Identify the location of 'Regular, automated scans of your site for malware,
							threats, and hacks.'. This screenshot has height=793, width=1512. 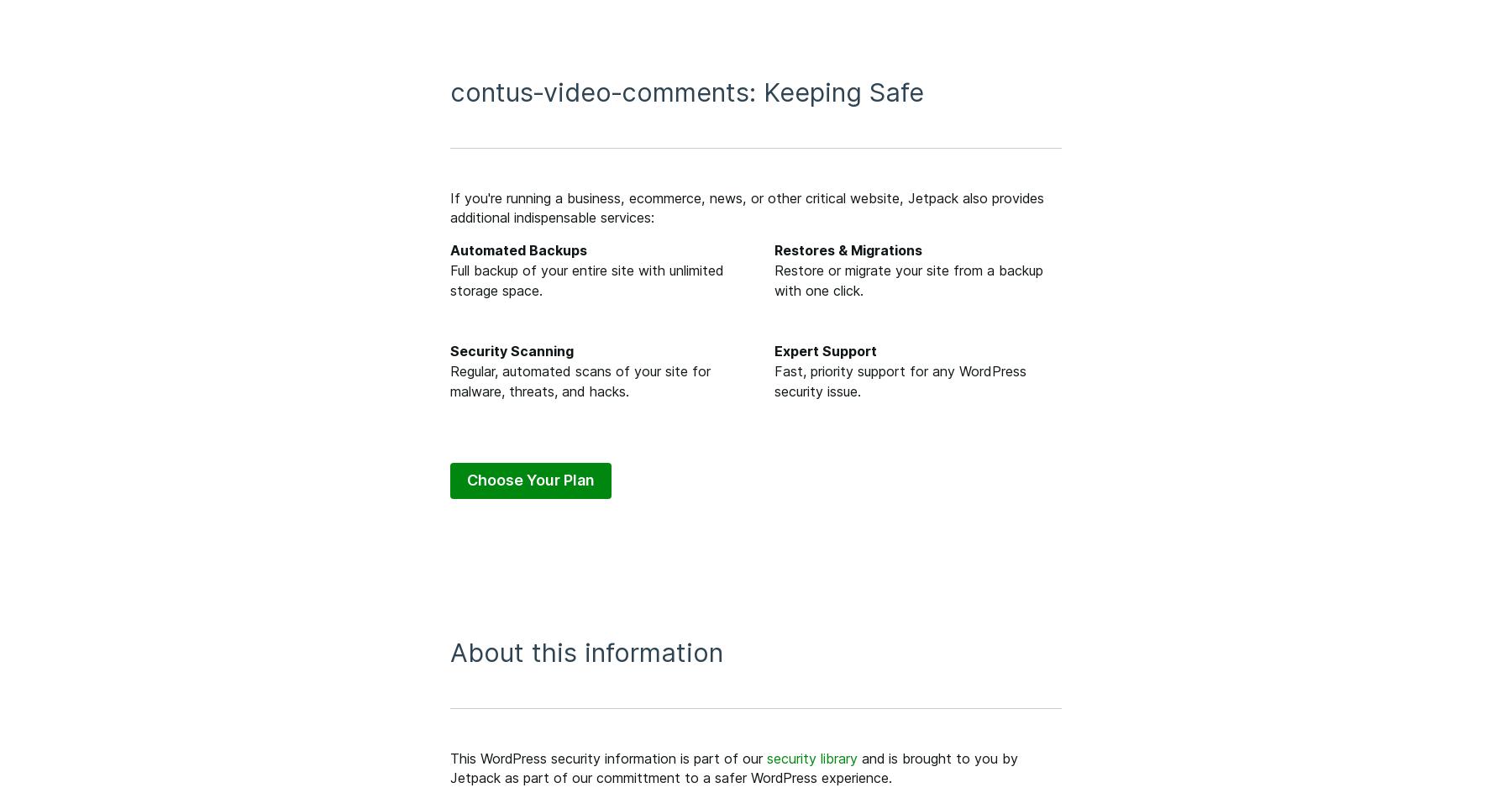
(449, 380).